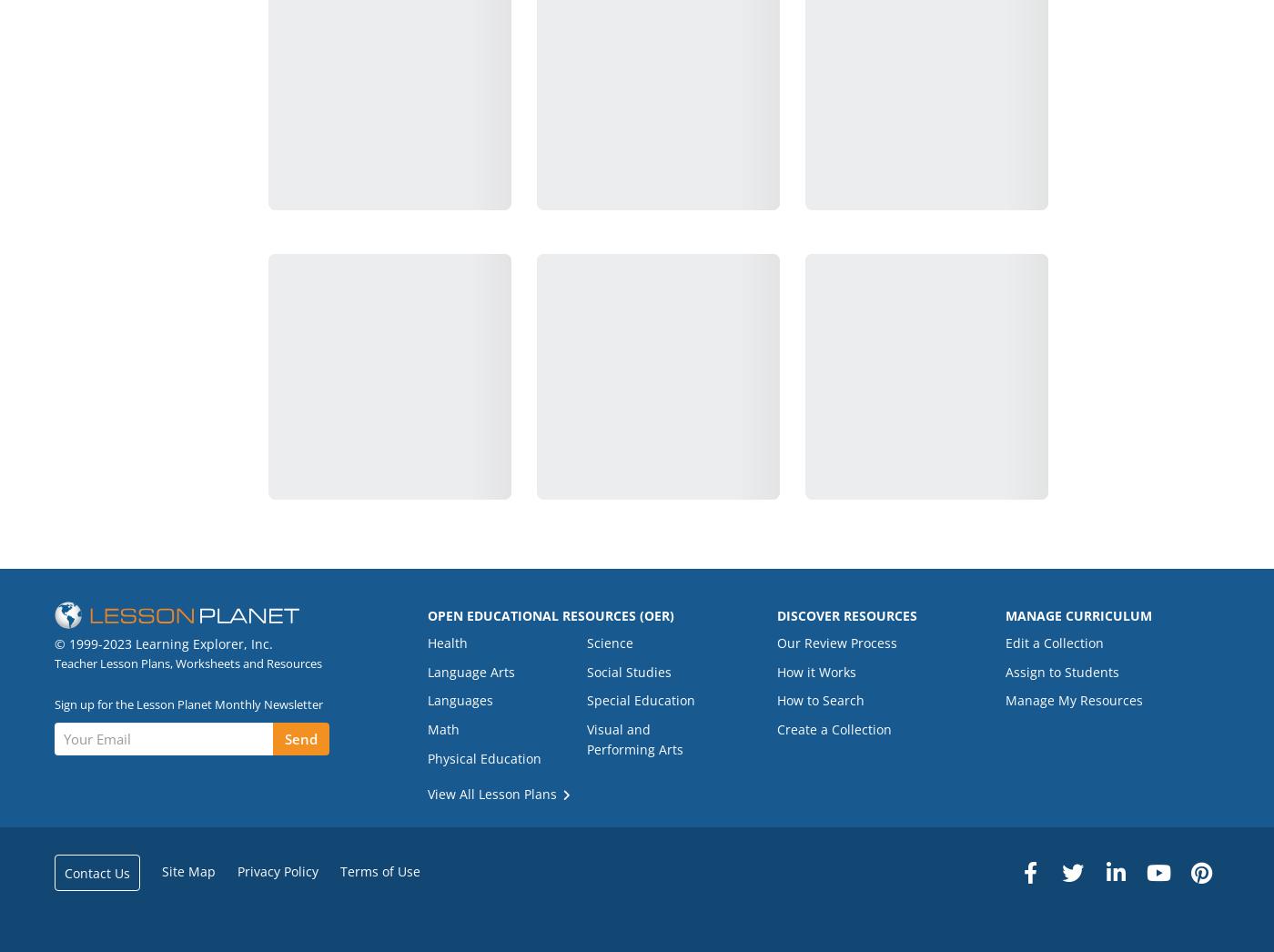 Image resolution: width=1274 pixels, height=952 pixels. Describe the element at coordinates (492, 793) in the screenshot. I see `'View All Lesson Plans'` at that location.